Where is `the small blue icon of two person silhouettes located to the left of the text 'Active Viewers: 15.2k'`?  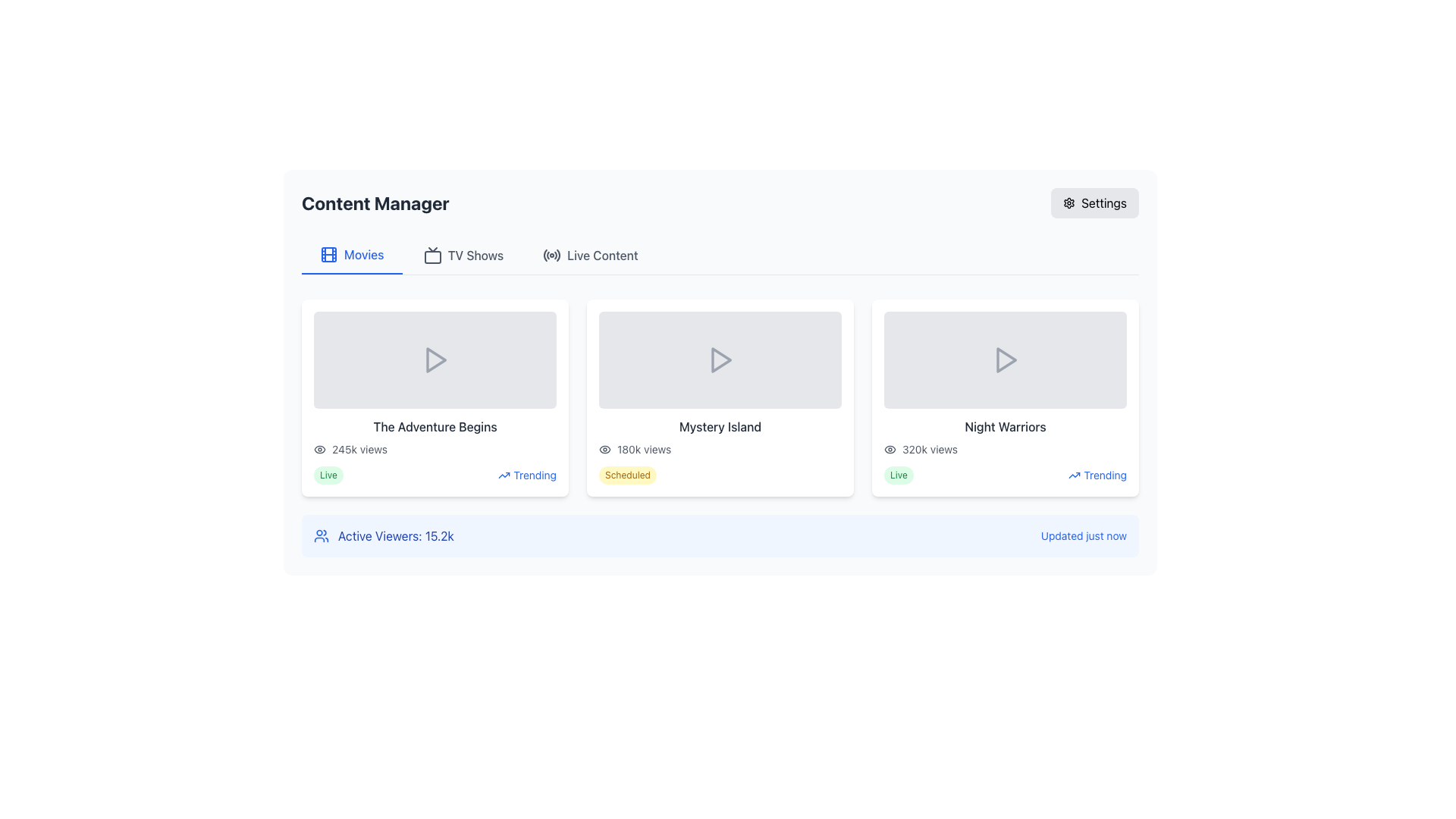
the small blue icon of two person silhouettes located to the left of the text 'Active Viewers: 15.2k' is located at coordinates (320, 535).